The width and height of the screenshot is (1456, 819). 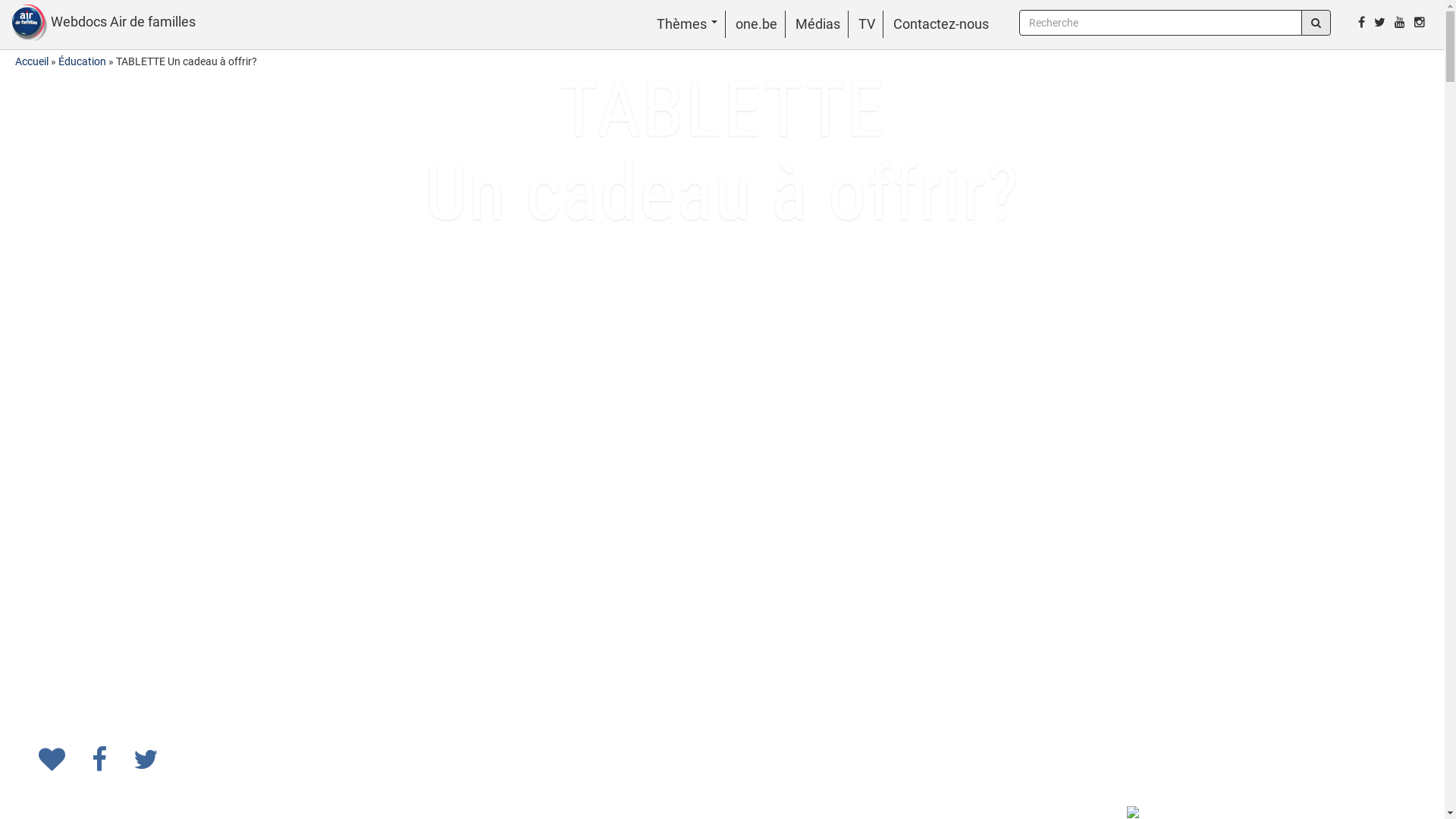 What do you see at coordinates (97, 23) in the screenshot?
I see `'Webdocs Air de familles'` at bounding box center [97, 23].